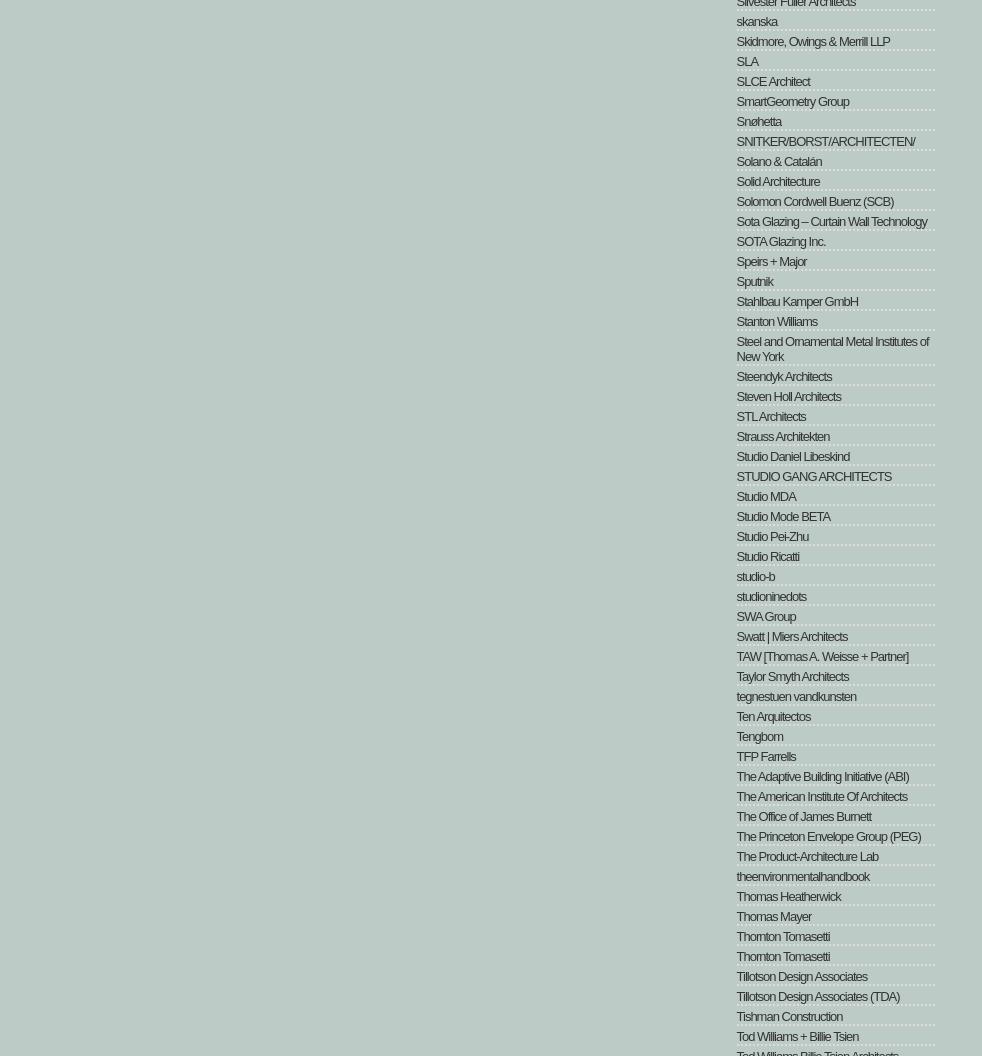 The width and height of the screenshot is (982, 1056). Describe the element at coordinates (822, 775) in the screenshot. I see `'The Adaptive Building Initiative (ABI)'` at that location.